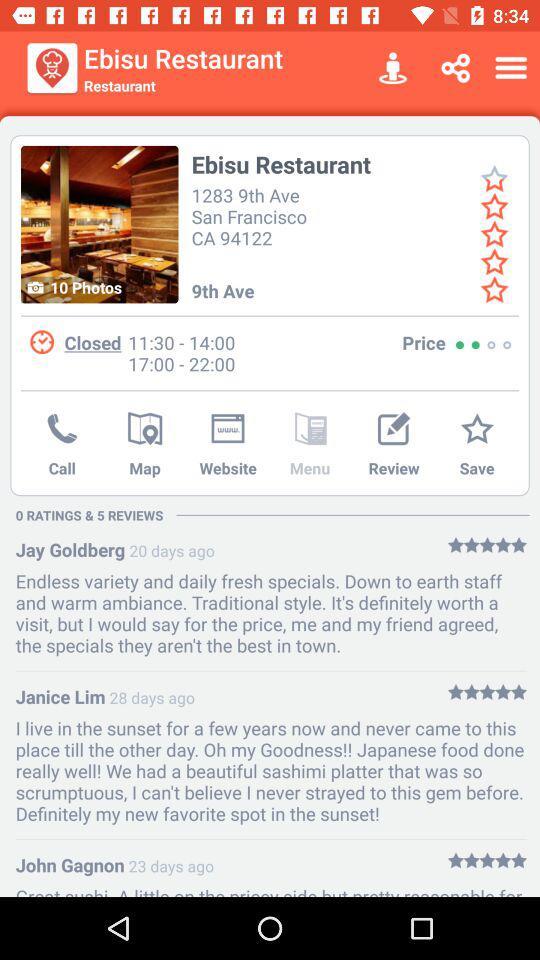 This screenshot has width=540, height=960. Describe the element at coordinates (252, 215) in the screenshot. I see `the 1283 9th ave icon` at that location.